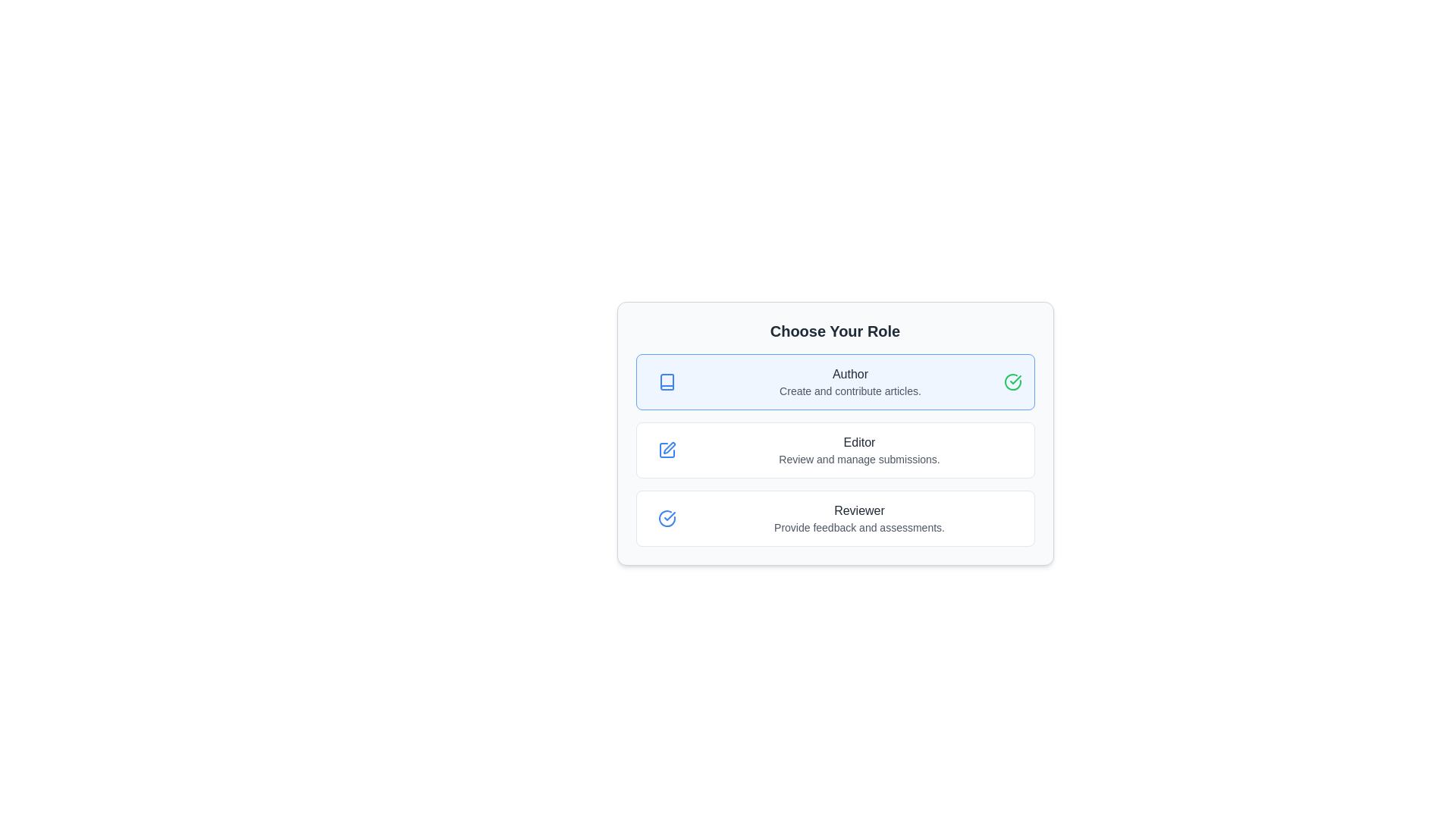 The image size is (1456, 819). I want to click on the static text block that presents the title 'Author' and description 'Create and contribute articles.' which is the first option in a vertically arranged list of roles, so click(850, 381).